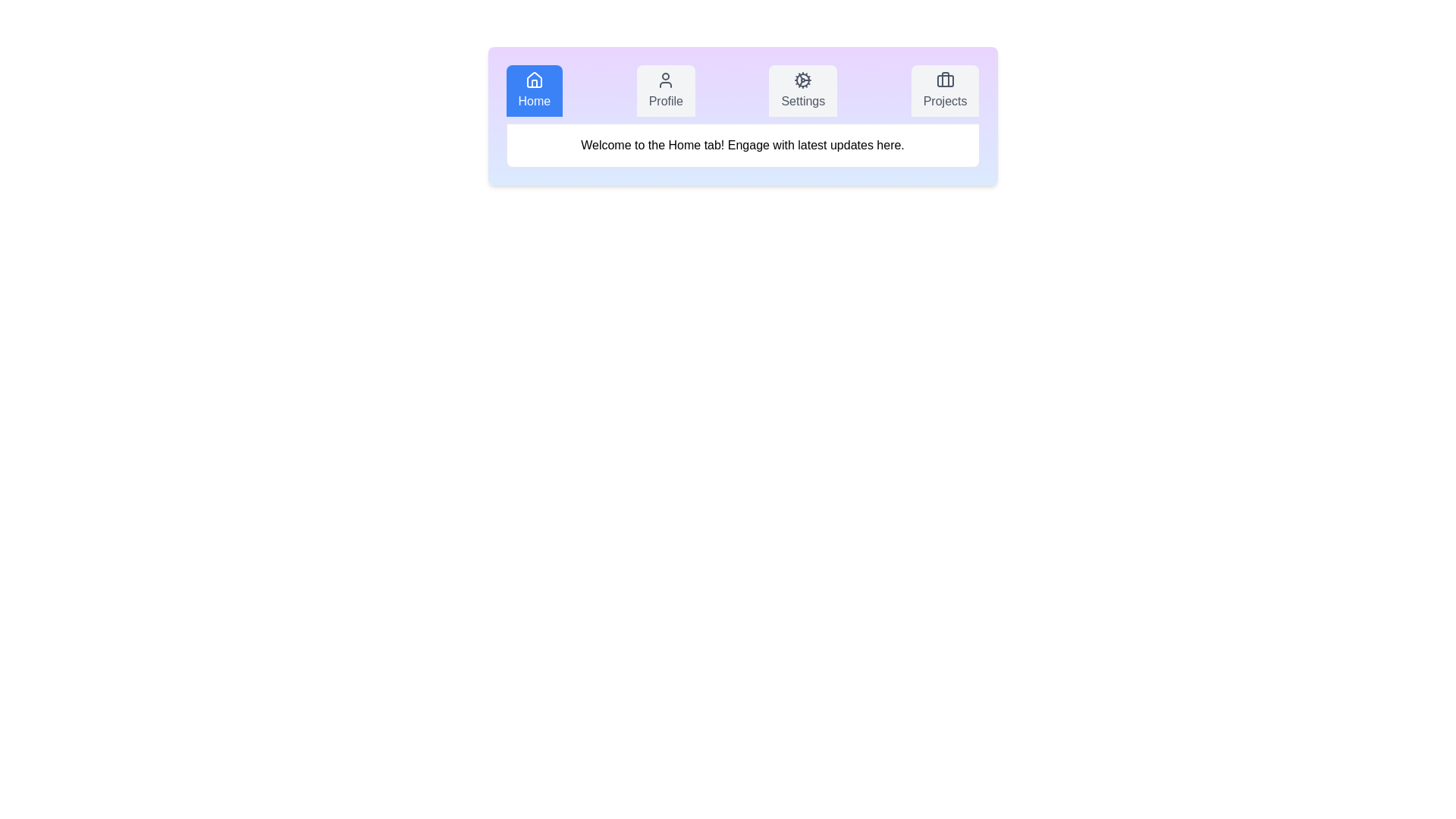  What do you see at coordinates (534, 80) in the screenshot?
I see `keyboard navigation` at bounding box center [534, 80].